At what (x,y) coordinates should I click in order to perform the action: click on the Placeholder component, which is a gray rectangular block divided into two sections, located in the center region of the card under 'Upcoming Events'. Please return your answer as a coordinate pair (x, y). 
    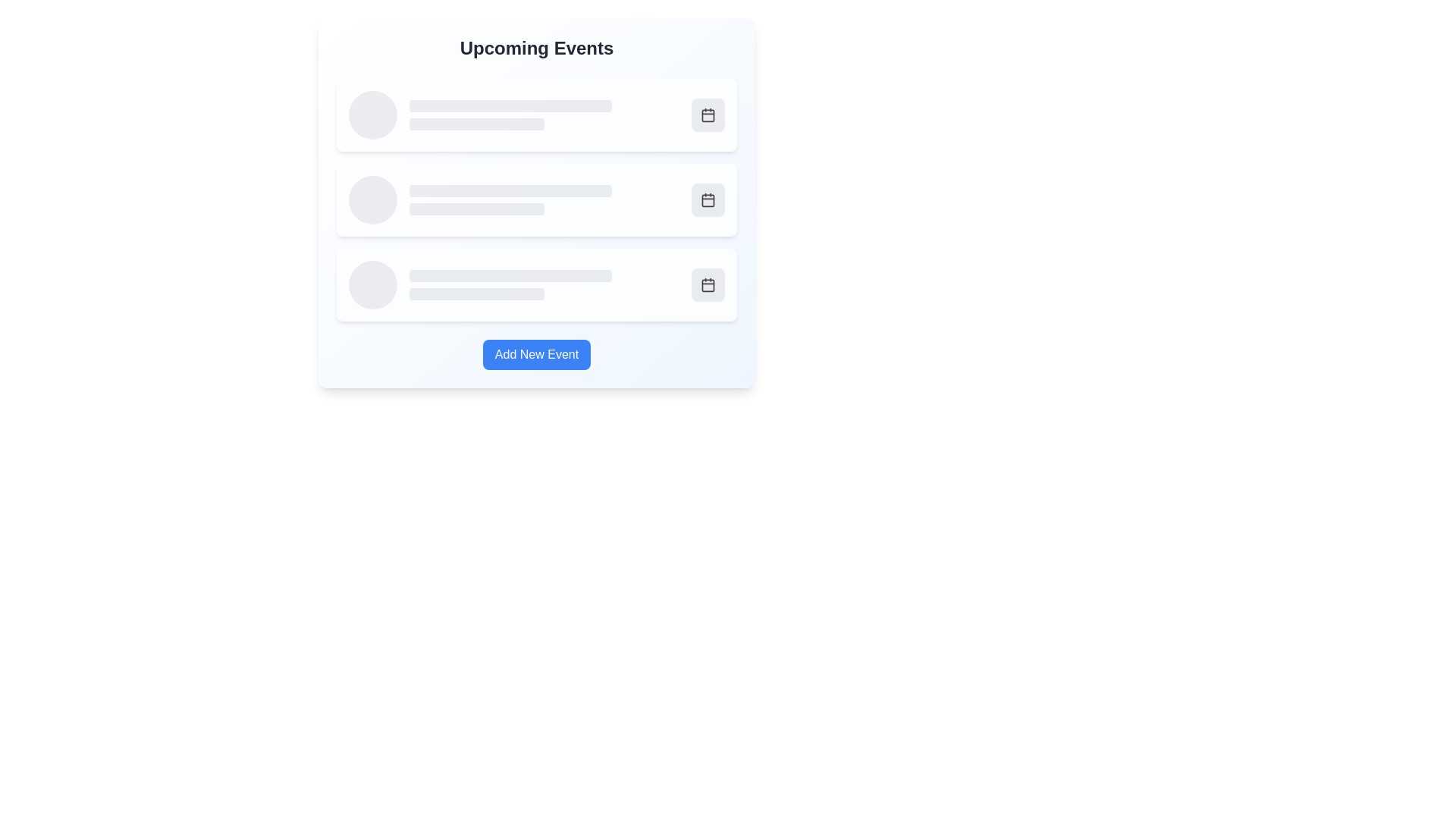
    Looking at the image, I should click on (544, 199).